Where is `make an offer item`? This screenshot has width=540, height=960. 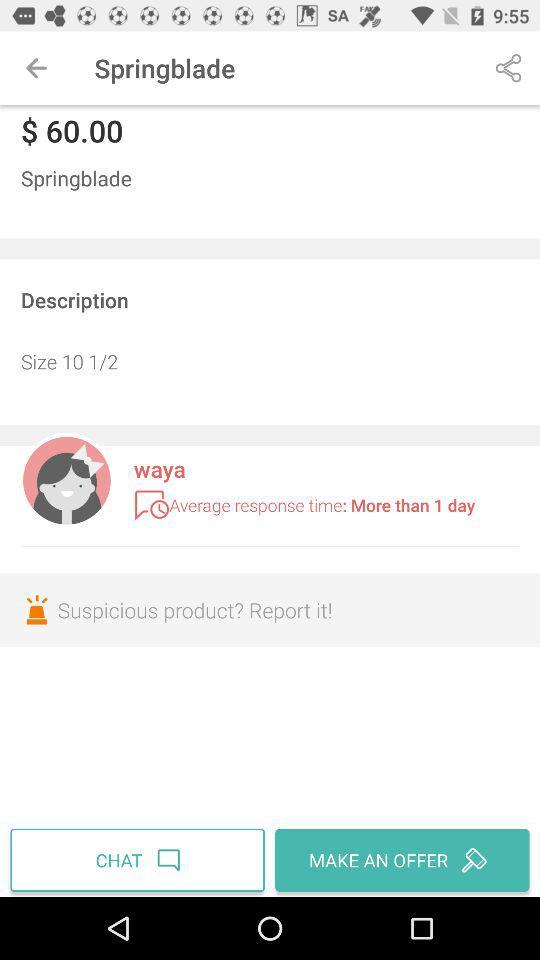
make an offer item is located at coordinates (399, 859).